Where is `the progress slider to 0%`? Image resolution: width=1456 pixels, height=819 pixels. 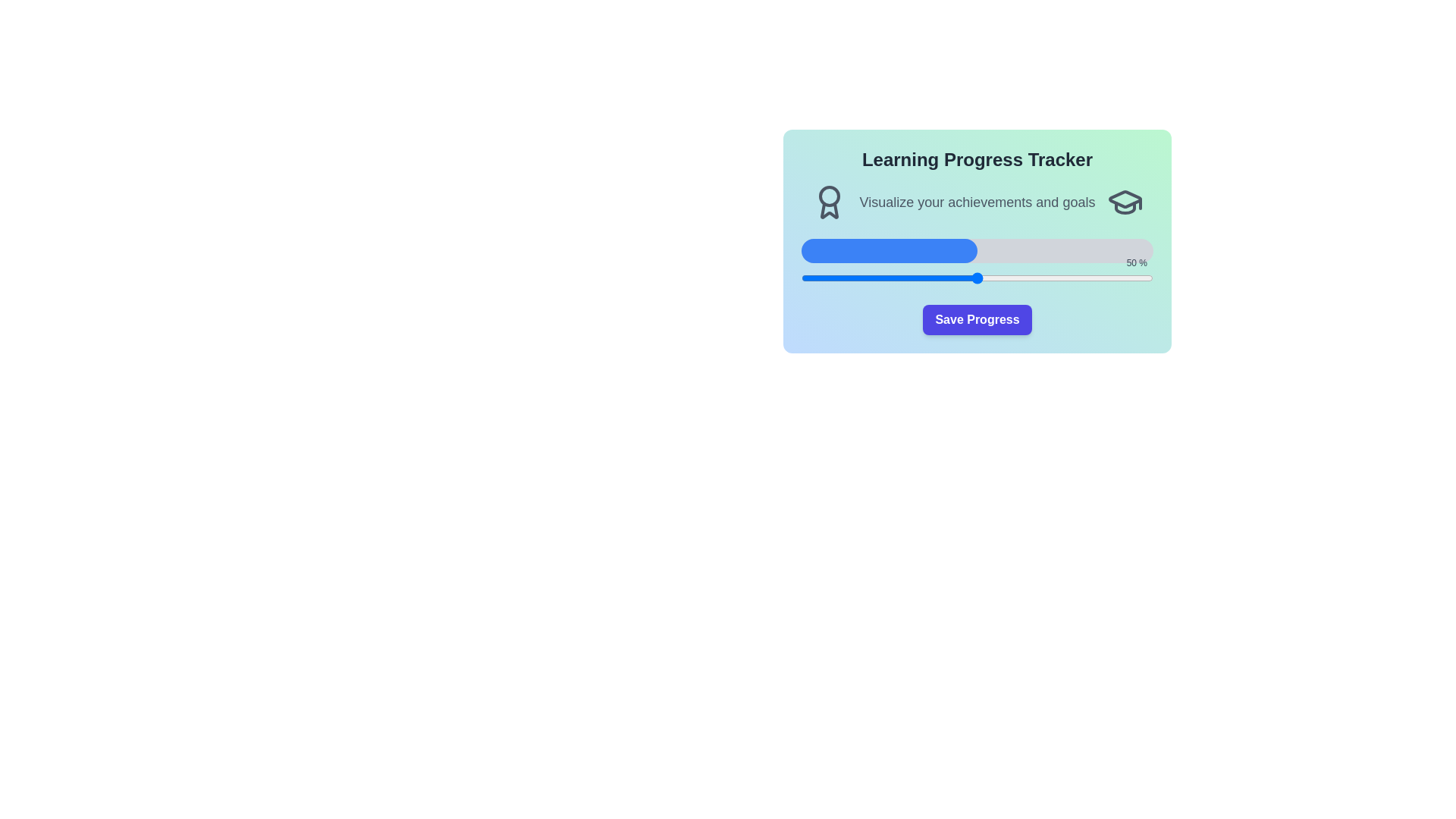 the progress slider to 0% is located at coordinates (800, 278).